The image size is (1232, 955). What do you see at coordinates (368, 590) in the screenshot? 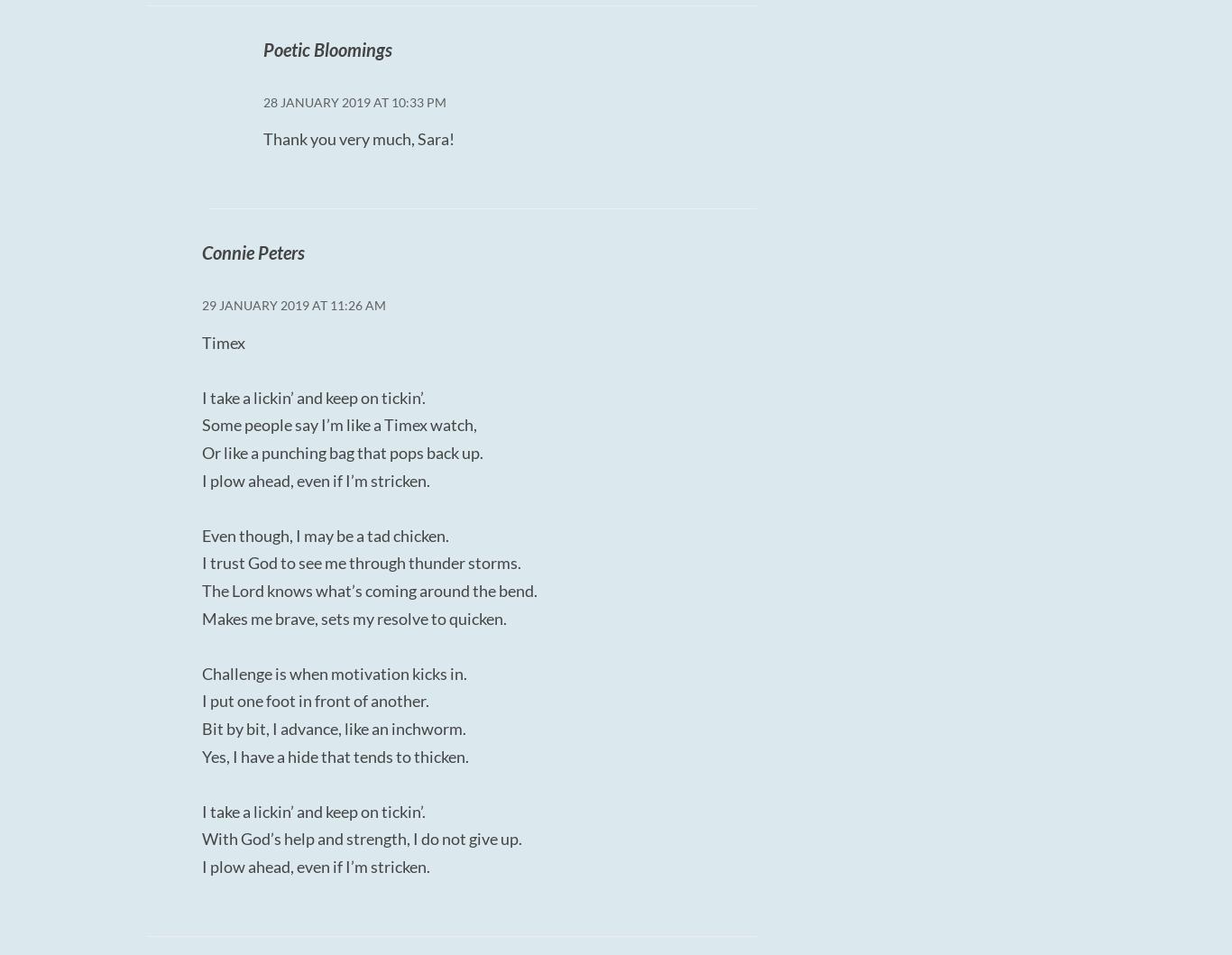
I see `'The Lord knows what’s coming around the bend.'` at bounding box center [368, 590].